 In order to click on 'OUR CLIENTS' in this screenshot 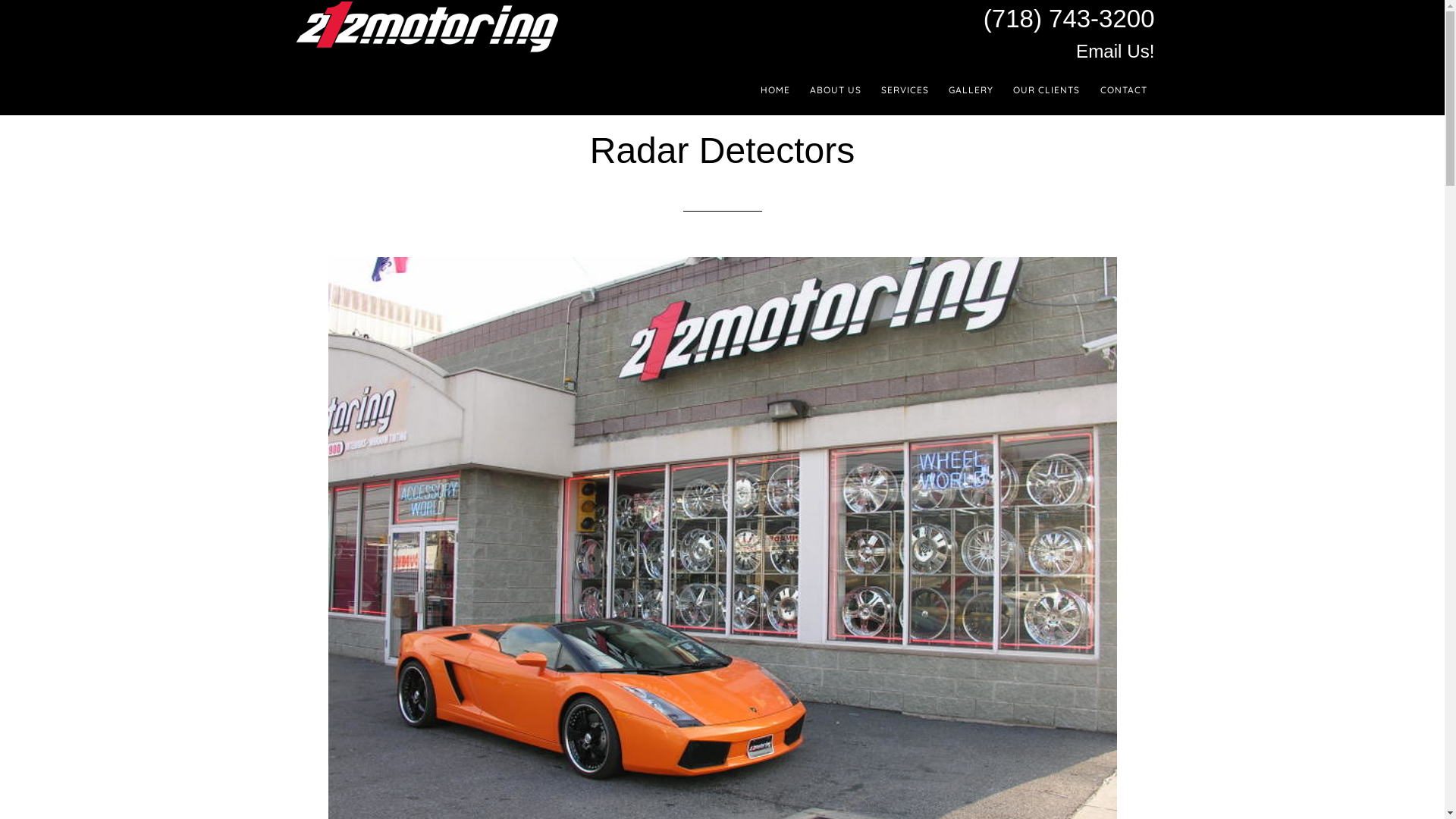, I will do `click(1046, 90)`.